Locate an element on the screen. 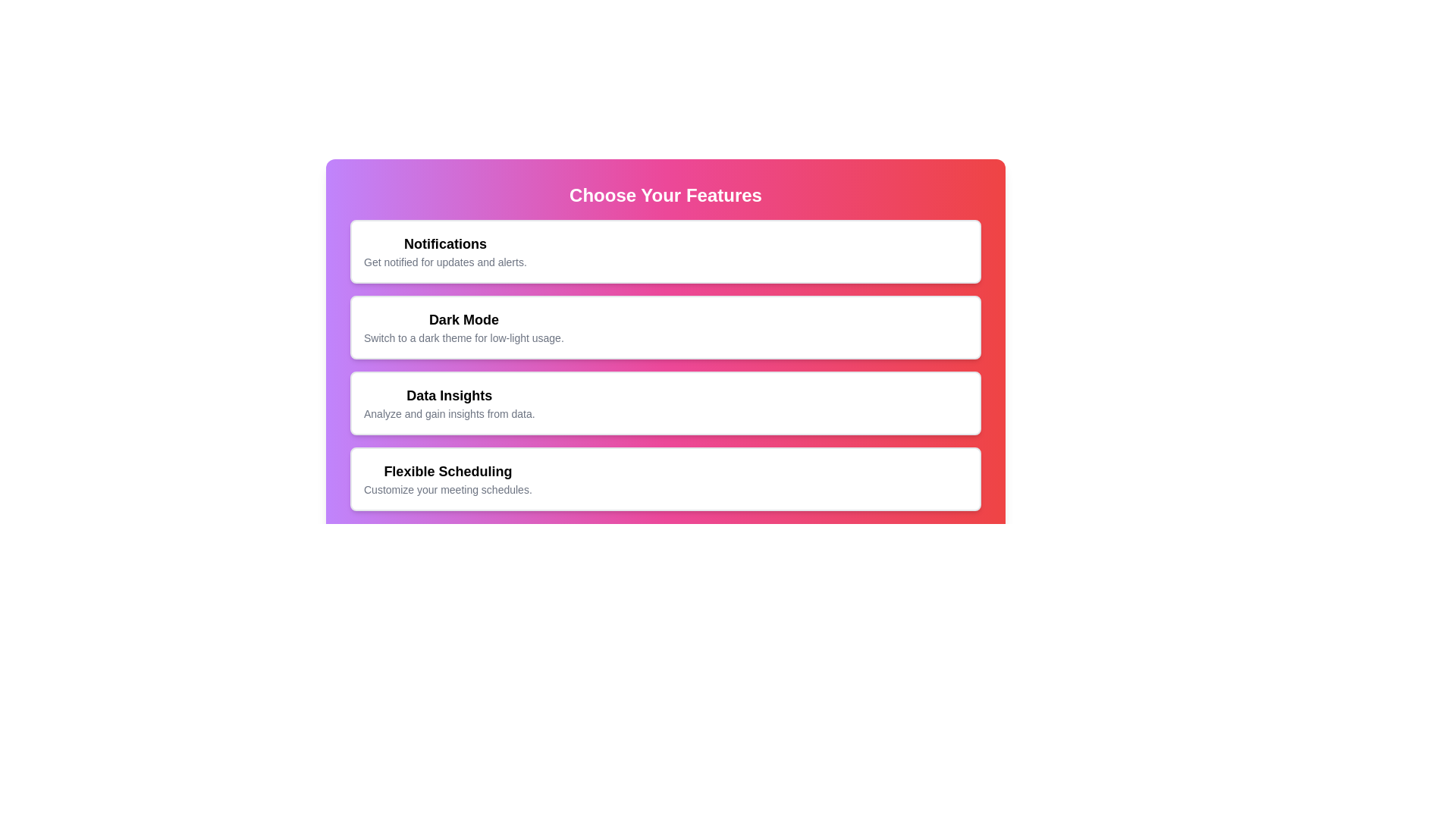 This screenshot has height=819, width=1456. the fourth informational card in the vertical list is located at coordinates (666, 479).